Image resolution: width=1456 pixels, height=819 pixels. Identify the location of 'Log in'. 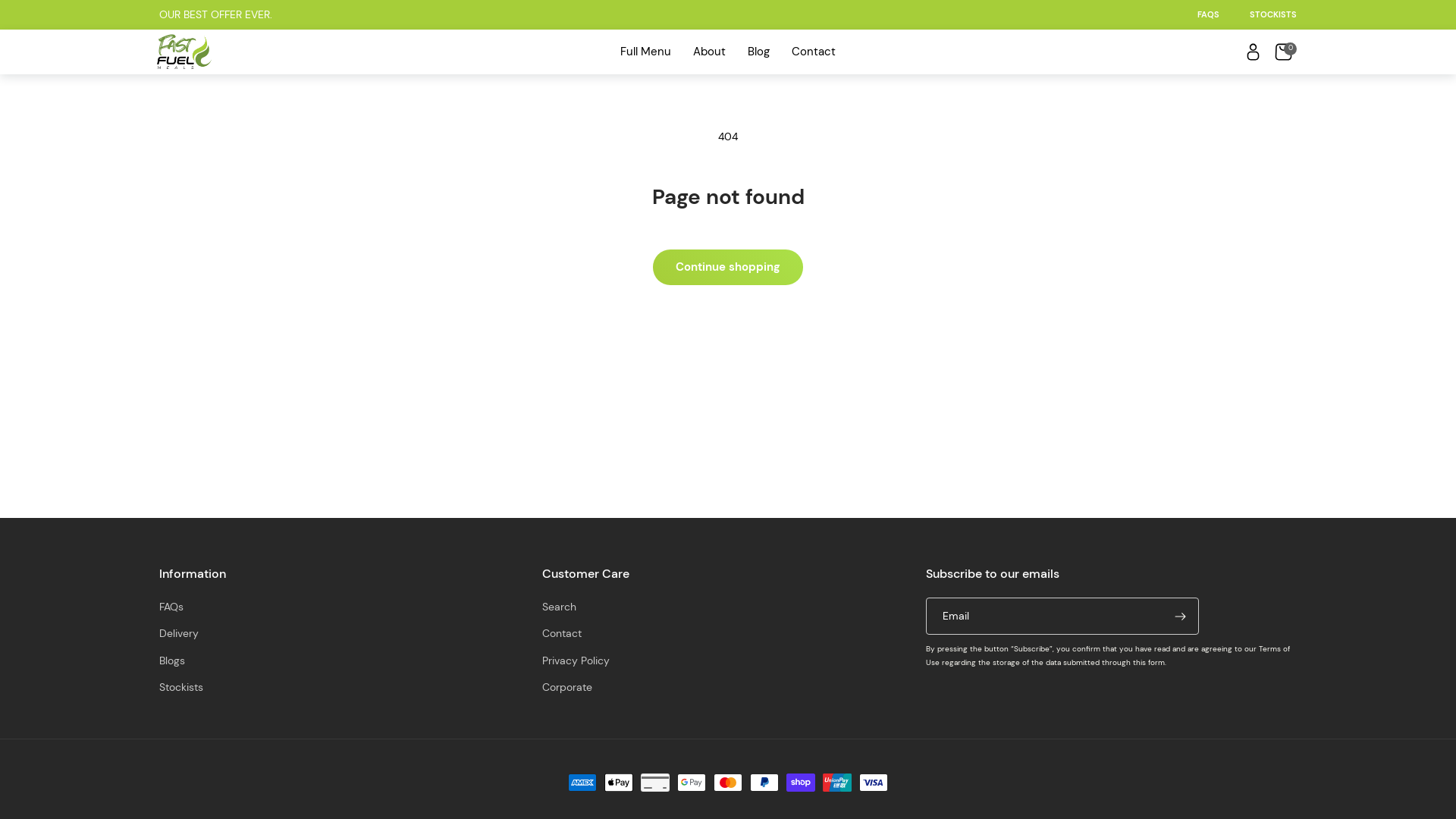
(1253, 51).